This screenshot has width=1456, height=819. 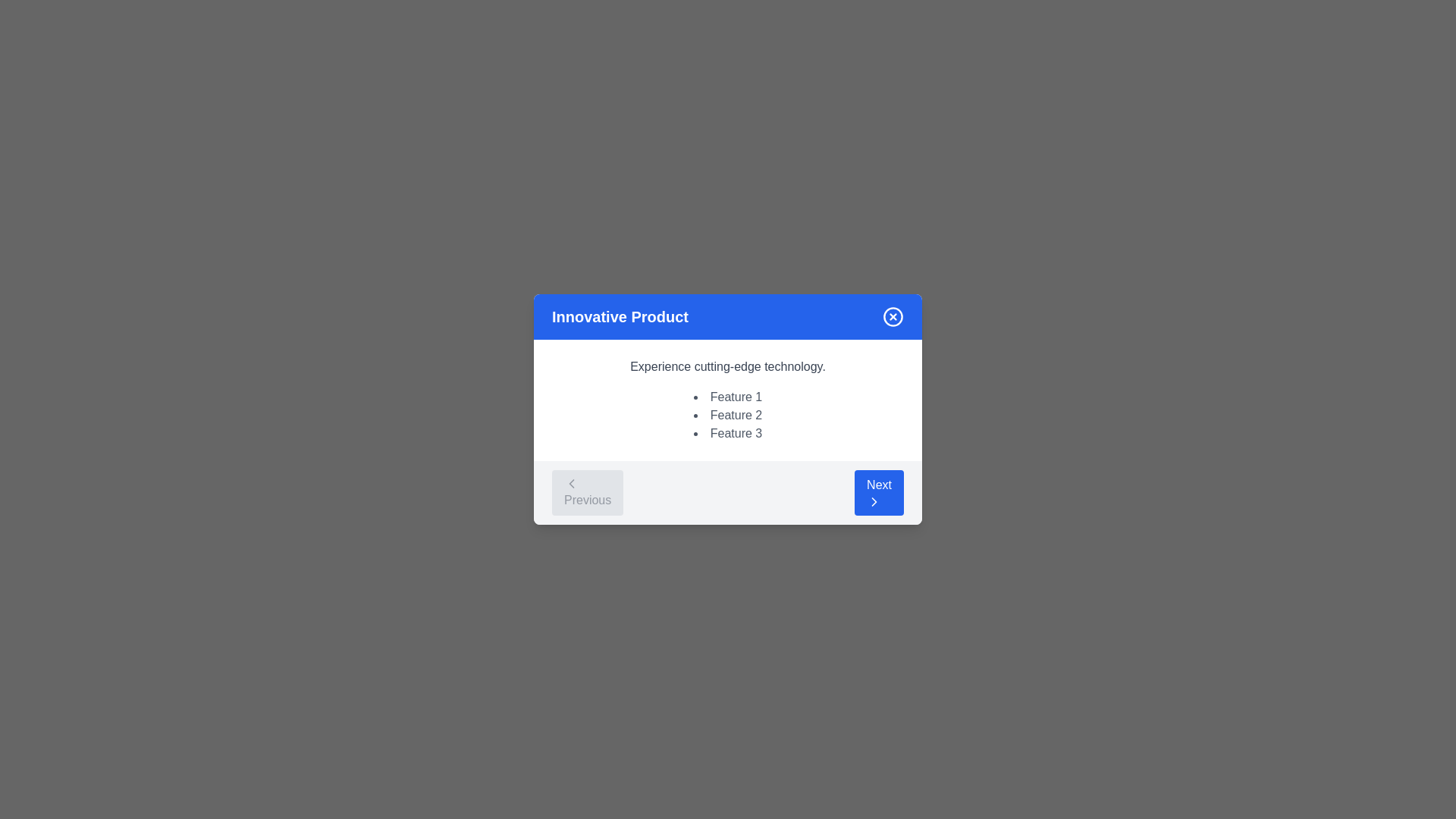 What do you see at coordinates (728, 415) in the screenshot?
I see `the Bulleted List element located below the heading 'Experience cutting-edge technology.' in the middle section of the card-like dialog box` at bounding box center [728, 415].